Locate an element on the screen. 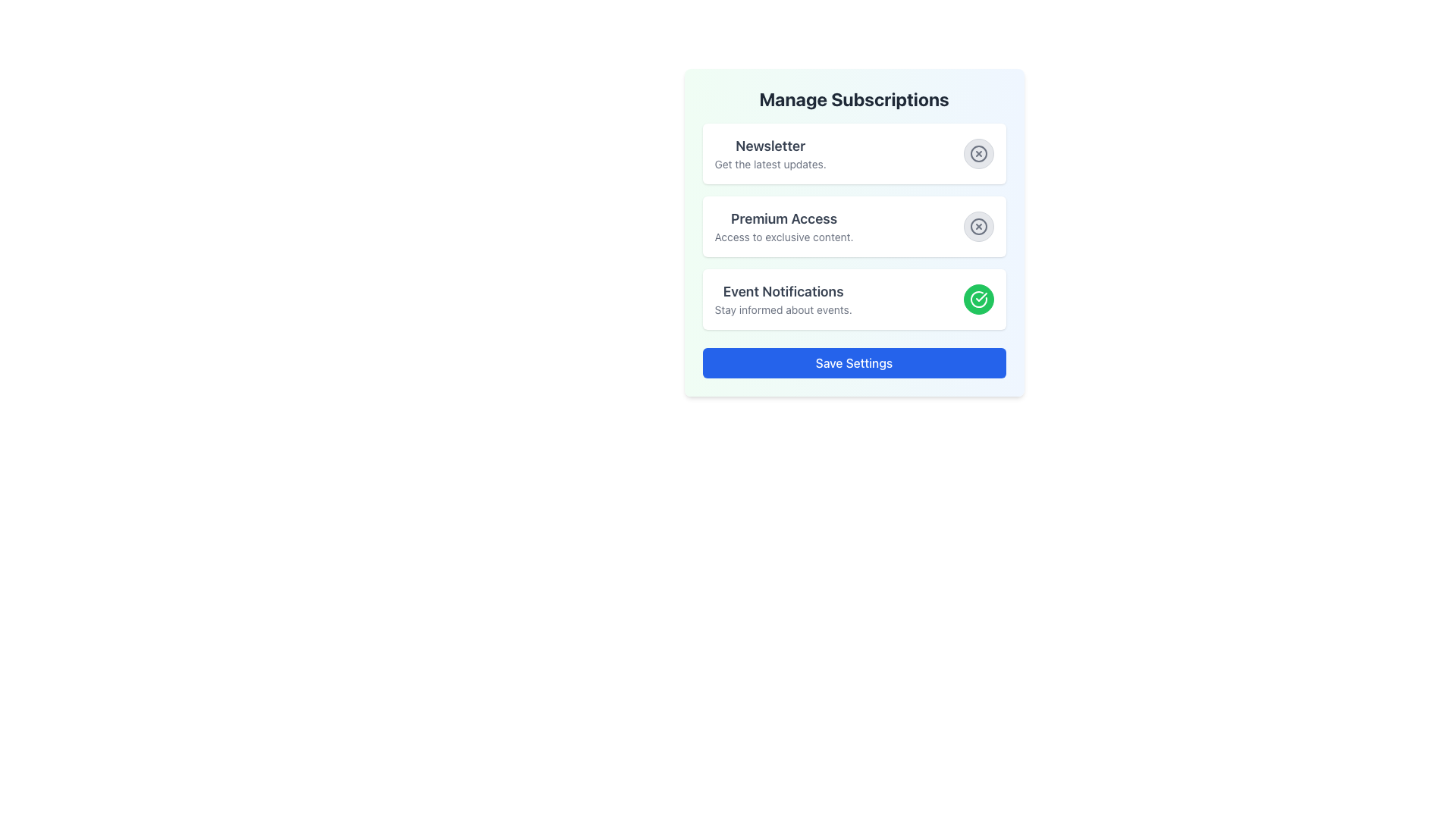  the text label providing supplementary information about the 'Premium Access' option, located beneath the 'Premium Access' label and aligned to its left edge is located at coordinates (784, 237).